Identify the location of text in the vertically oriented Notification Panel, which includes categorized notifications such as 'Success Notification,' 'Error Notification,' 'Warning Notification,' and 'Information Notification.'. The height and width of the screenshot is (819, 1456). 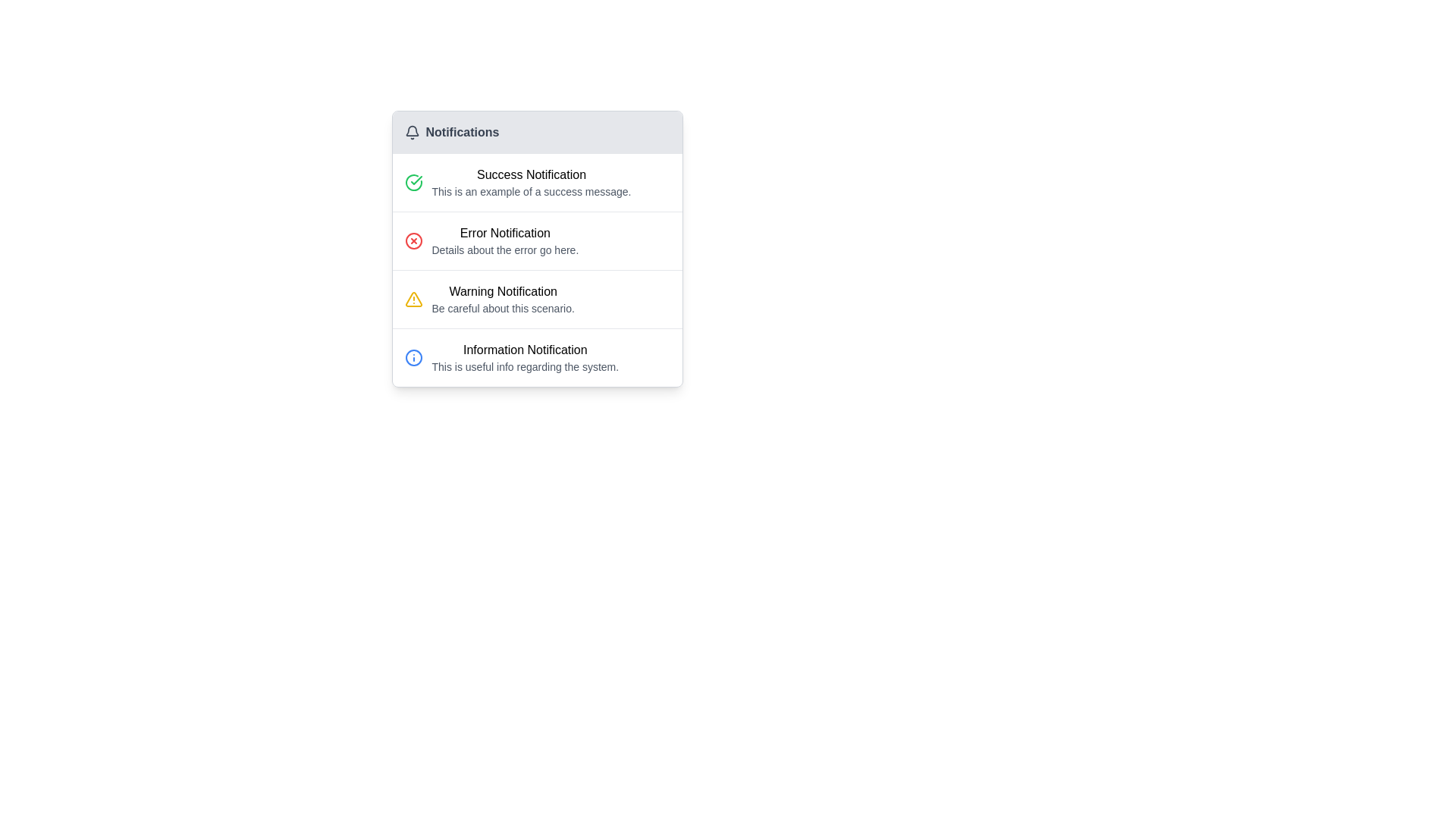
(537, 248).